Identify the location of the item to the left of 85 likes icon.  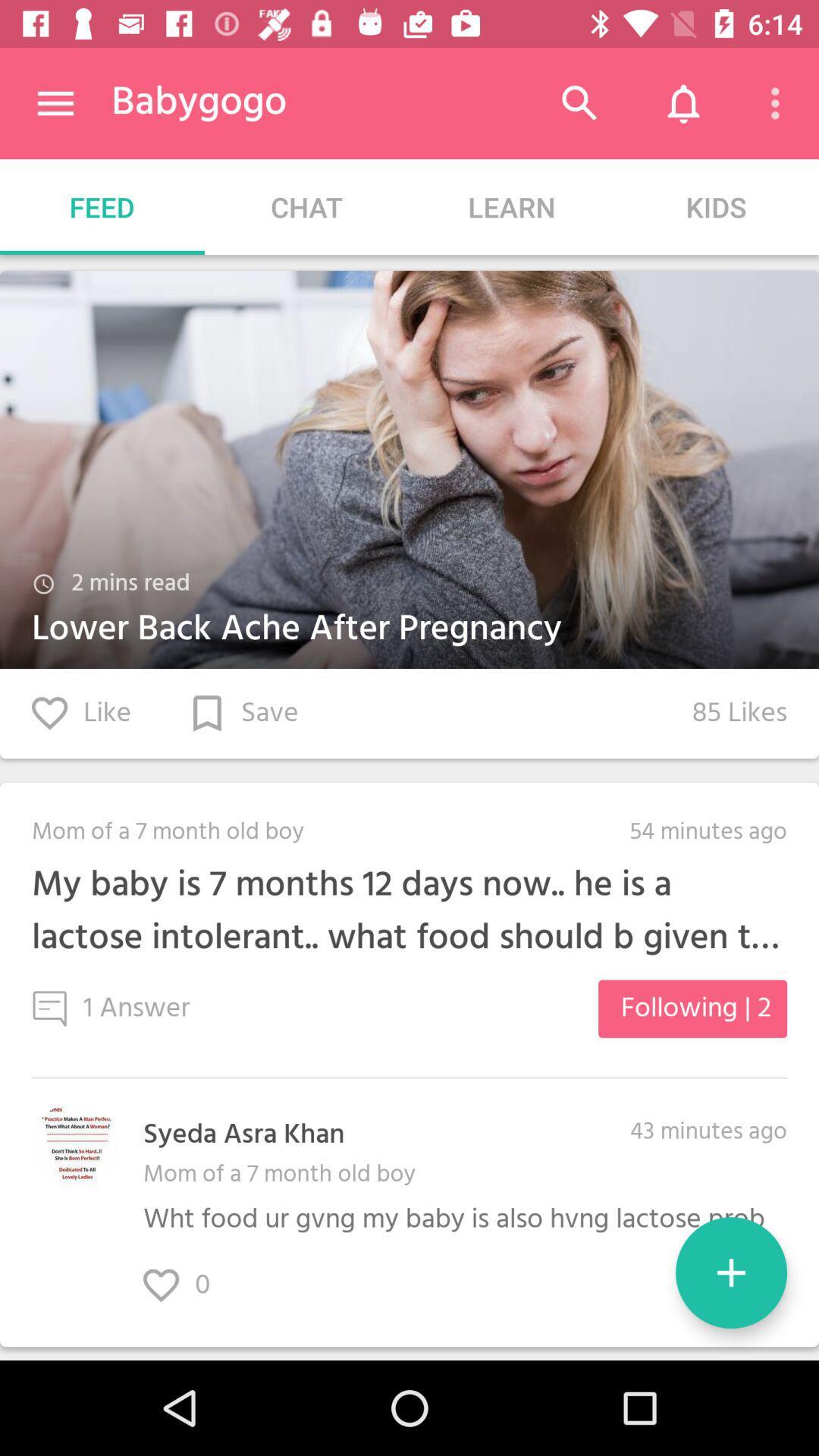
(81, 713).